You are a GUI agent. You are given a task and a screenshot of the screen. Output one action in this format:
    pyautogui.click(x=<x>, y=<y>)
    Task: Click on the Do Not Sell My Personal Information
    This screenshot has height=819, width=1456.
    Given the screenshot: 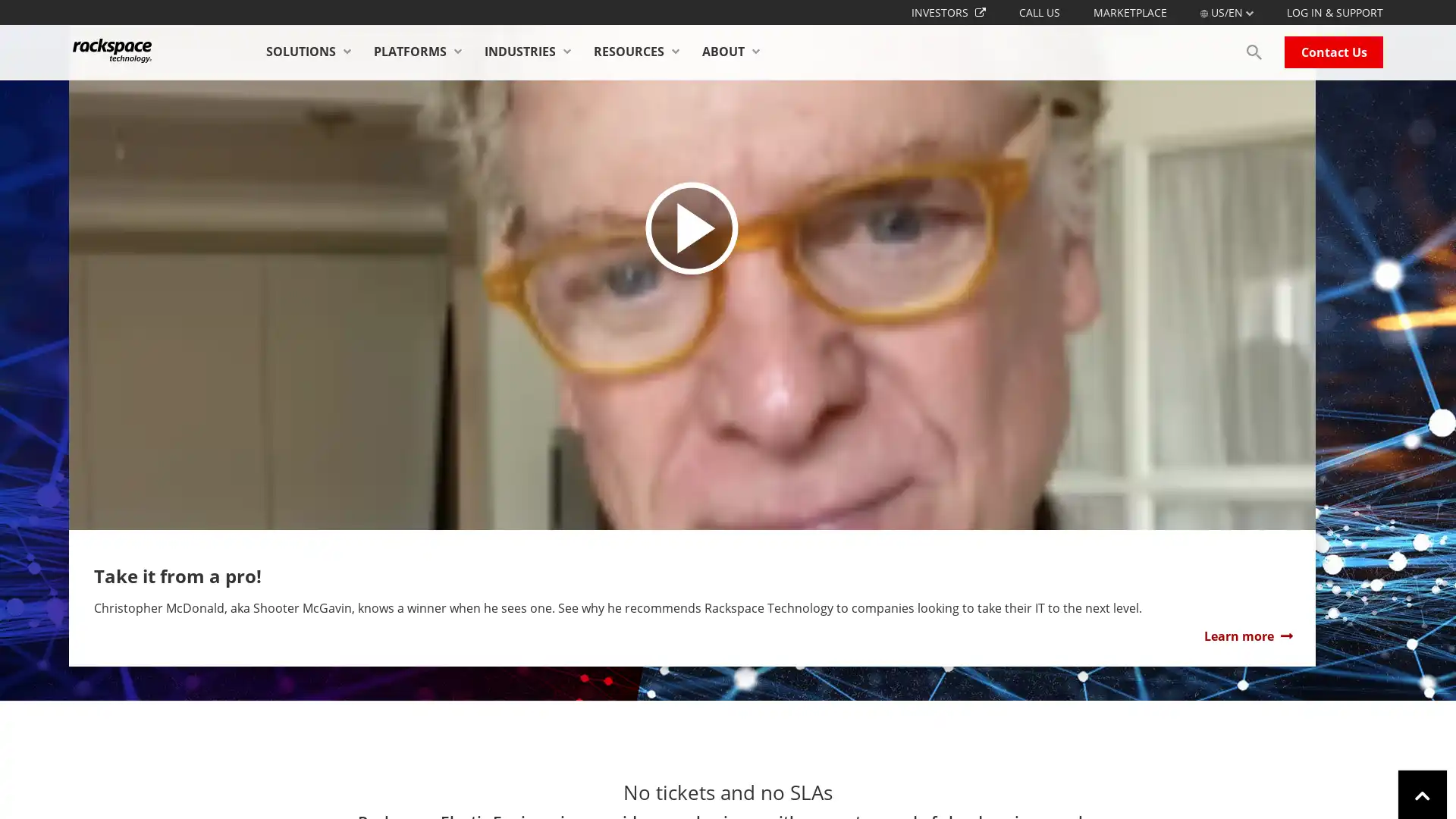 What is the action you would take?
    pyautogui.click(x=1061, y=786)
    